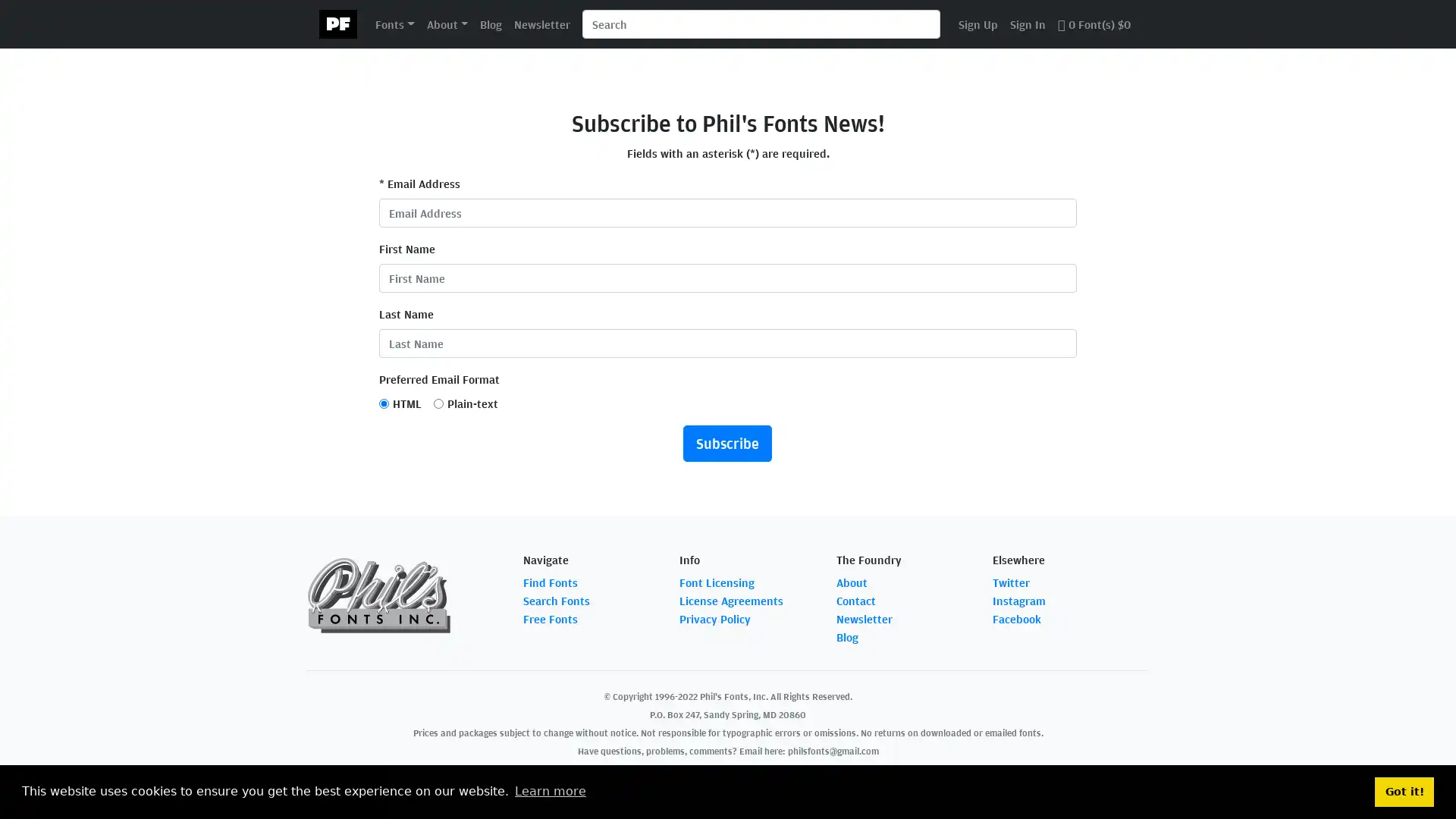 This screenshot has height=819, width=1456. Describe the element at coordinates (394, 23) in the screenshot. I see `Fonts` at that location.